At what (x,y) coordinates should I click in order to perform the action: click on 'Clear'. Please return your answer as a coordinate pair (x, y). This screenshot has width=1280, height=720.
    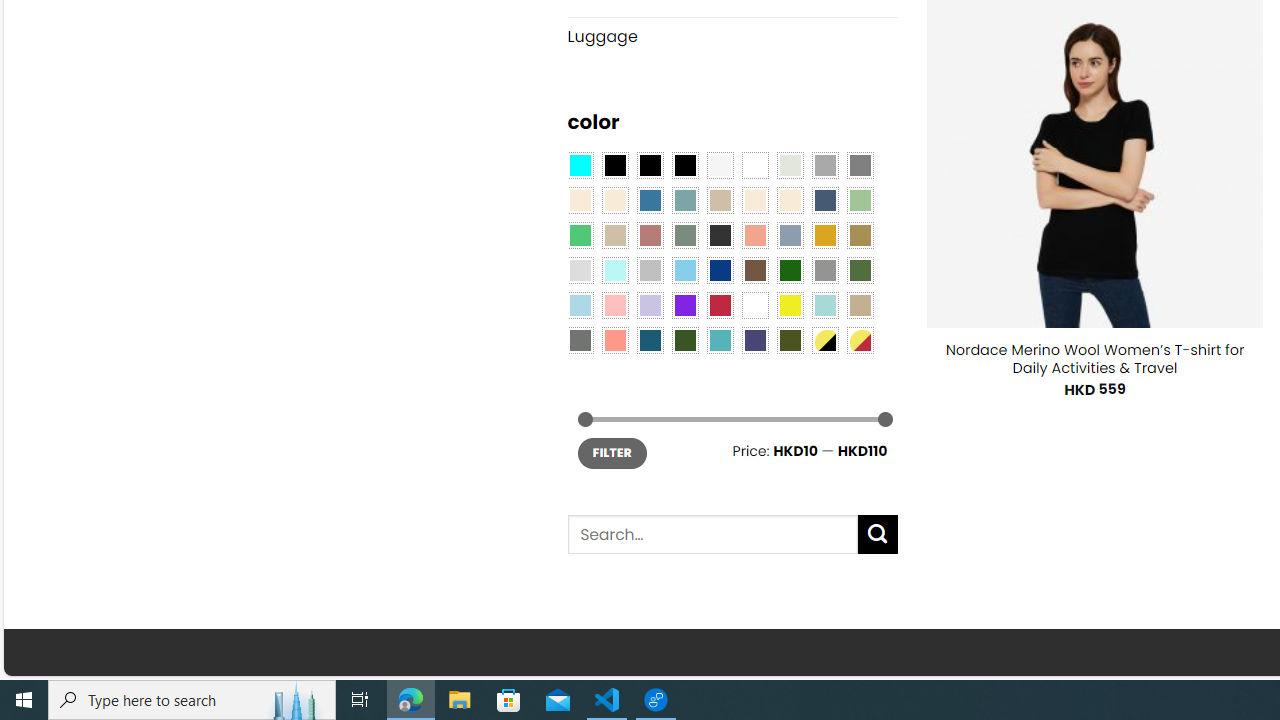
    Looking at the image, I should click on (754, 163).